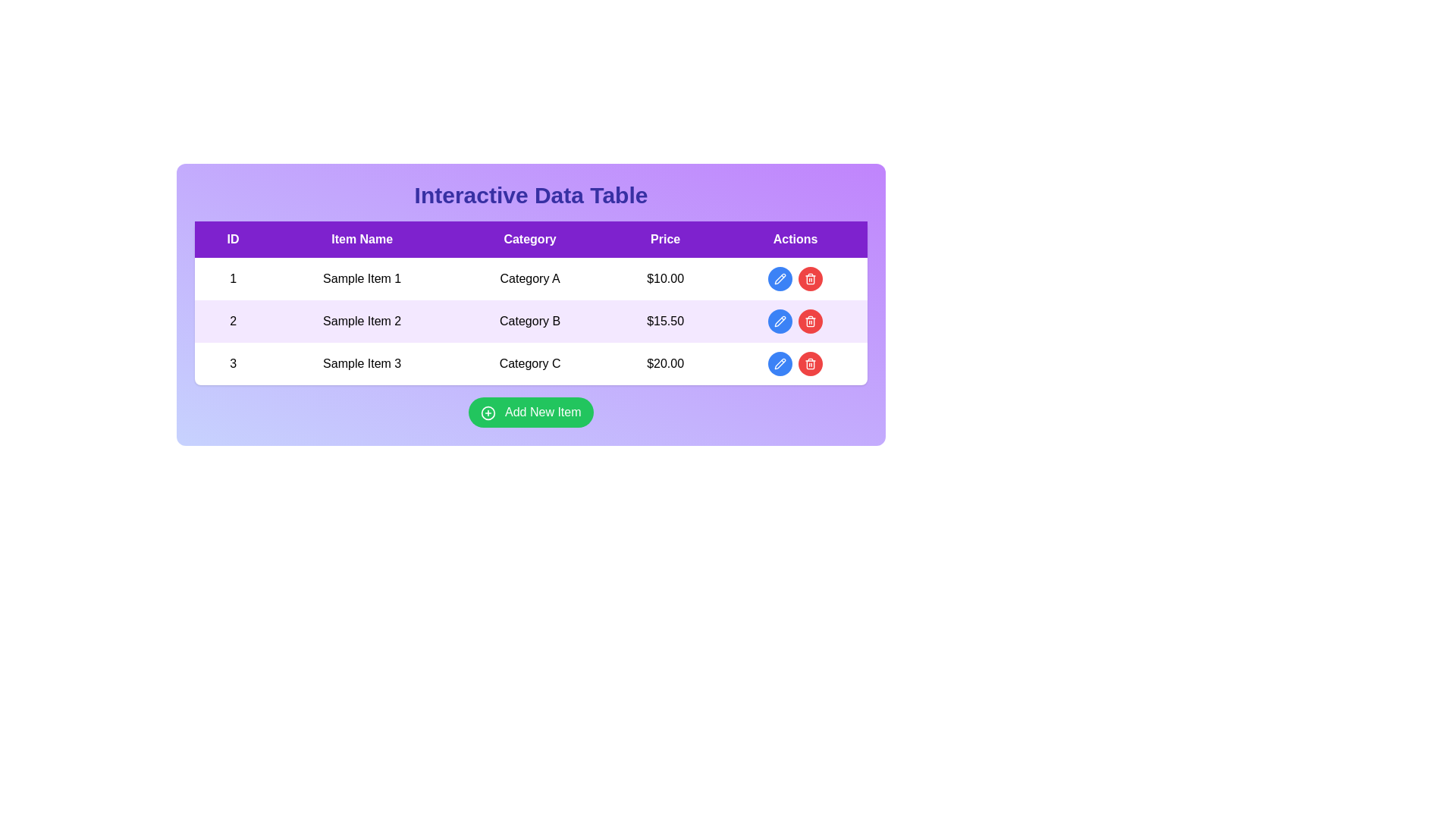  What do you see at coordinates (795, 321) in the screenshot?
I see `the content of the blank cell located in the 'Actions' column of the second row in the table, which is surrounded by an edit button on the left and a delete button on the right` at bounding box center [795, 321].